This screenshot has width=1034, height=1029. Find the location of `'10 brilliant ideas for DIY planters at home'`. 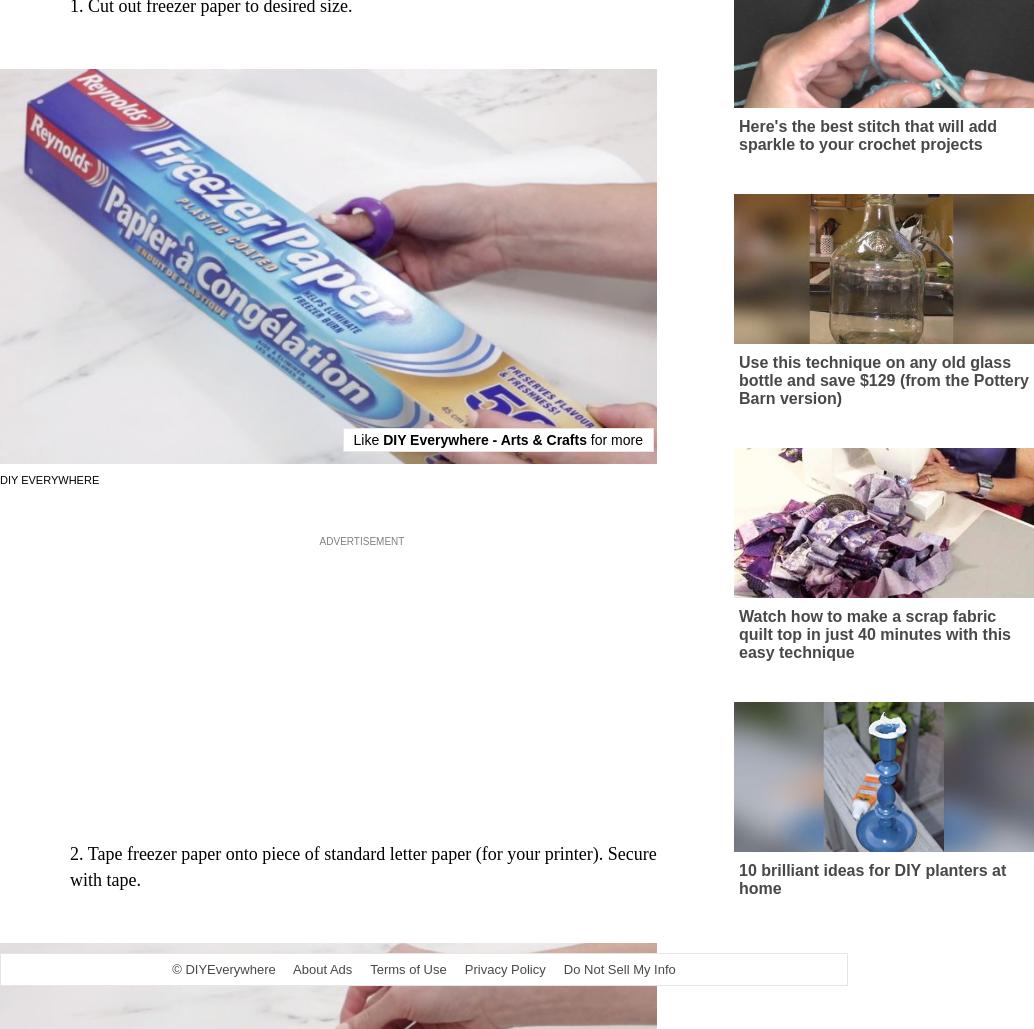

'10 brilliant ideas for DIY planters at home' is located at coordinates (871, 898).